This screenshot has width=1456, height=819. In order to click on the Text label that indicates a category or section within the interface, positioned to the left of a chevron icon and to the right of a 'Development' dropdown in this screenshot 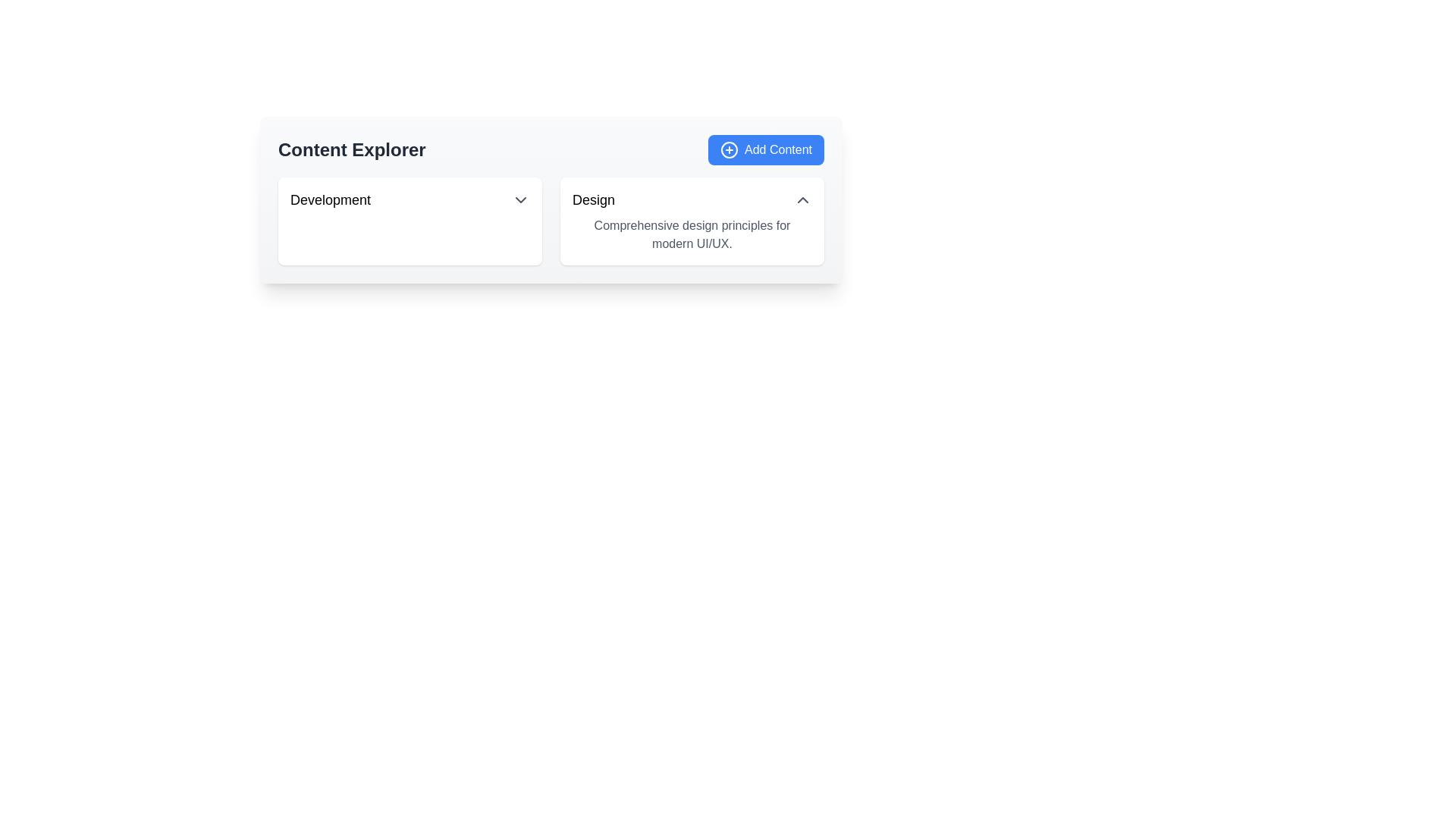, I will do `click(592, 199)`.